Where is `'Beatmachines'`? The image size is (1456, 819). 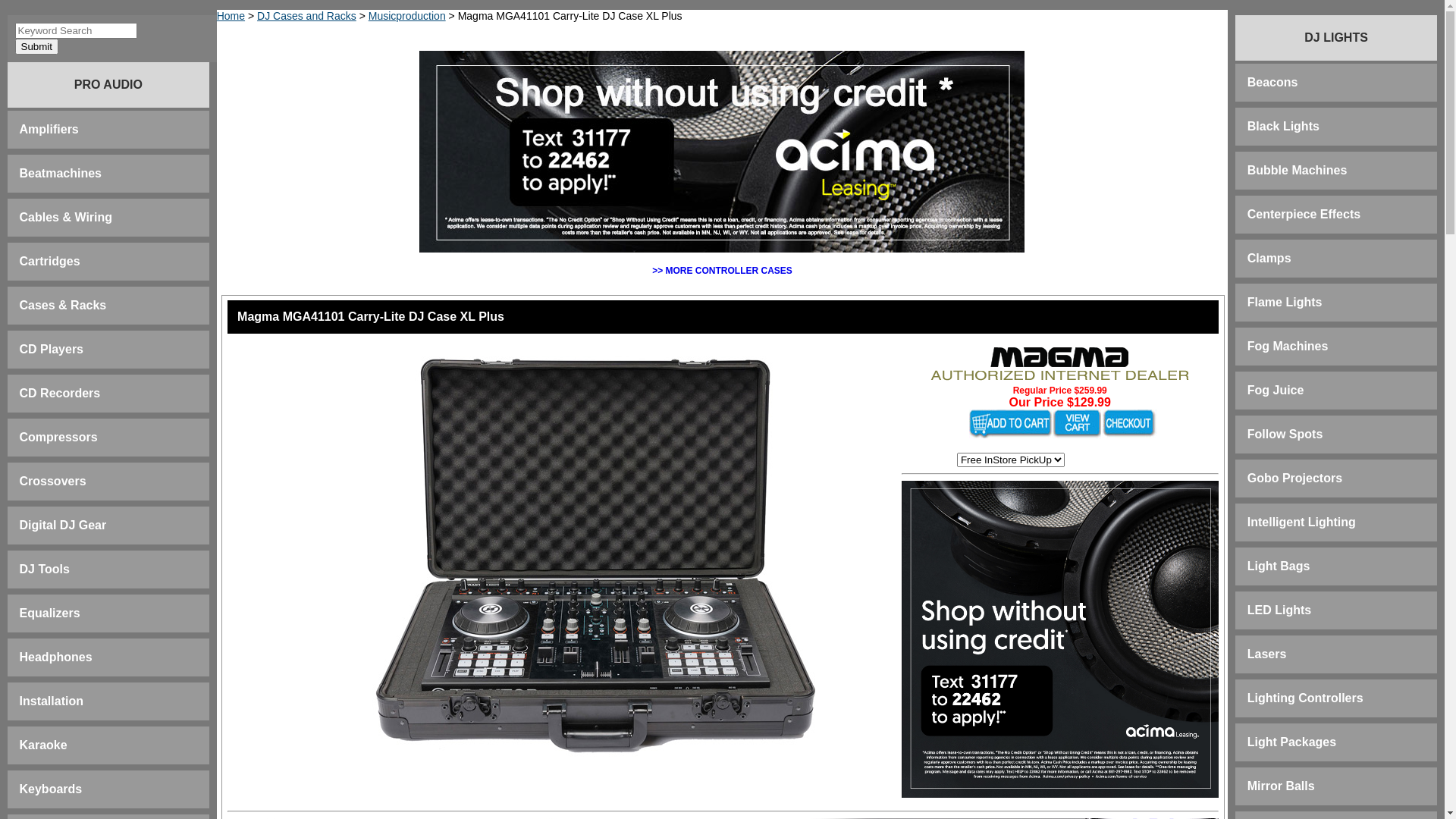 'Beatmachines' is located at coordinates (61, 172).